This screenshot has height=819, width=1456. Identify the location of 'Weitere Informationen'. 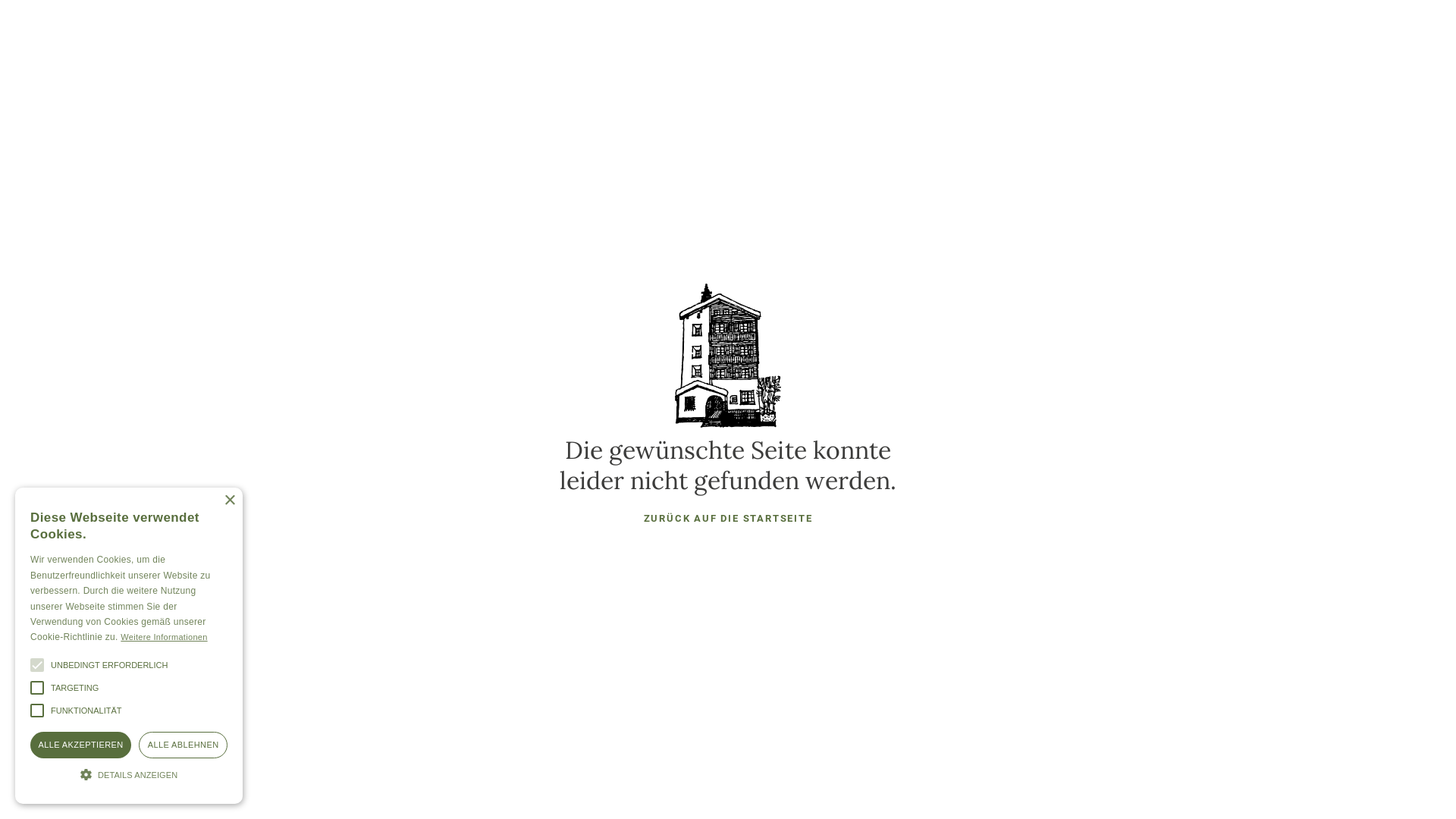
(164, 637).